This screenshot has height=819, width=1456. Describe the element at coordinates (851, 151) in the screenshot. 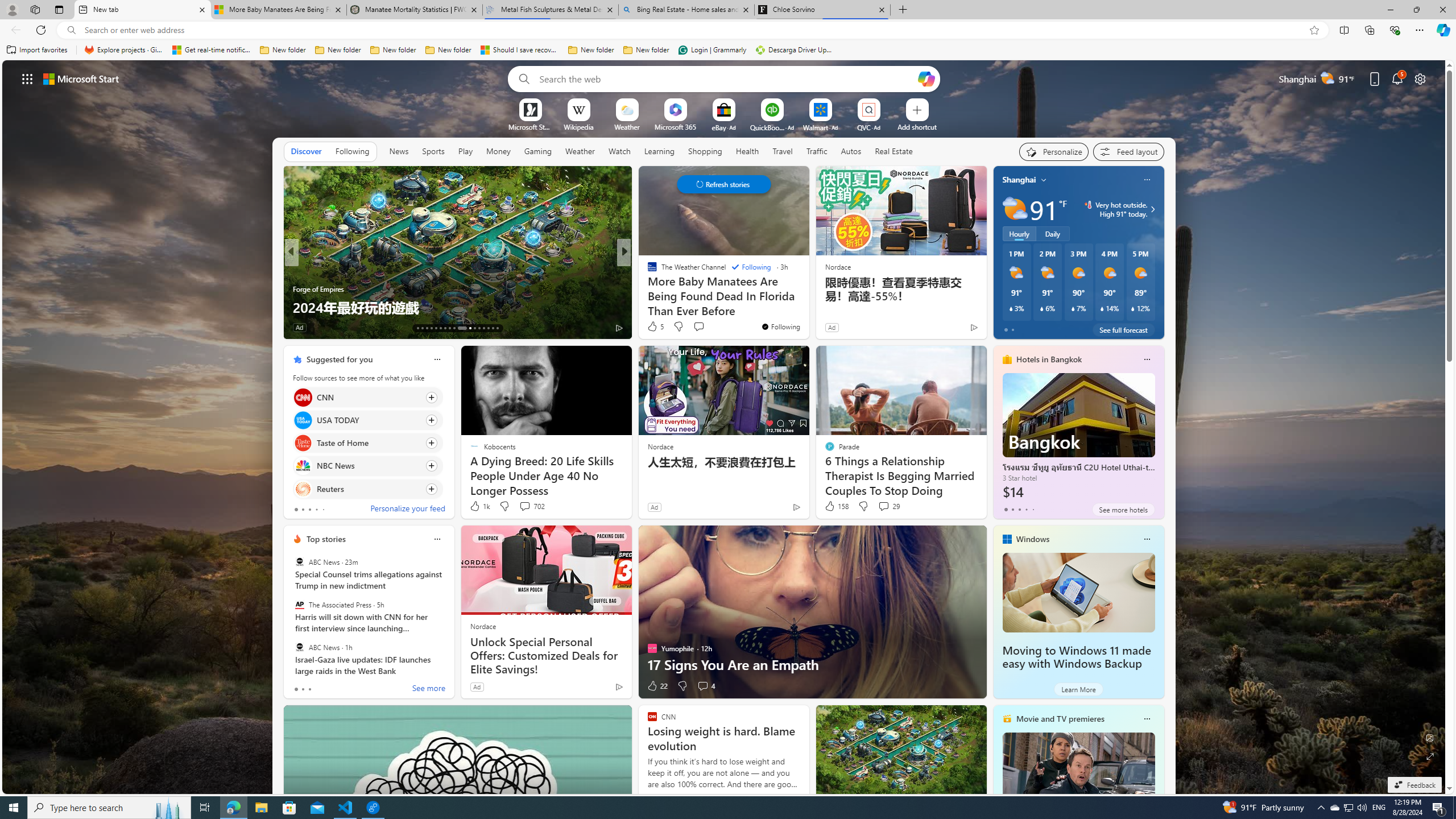

I see `'Autos'` at that location.